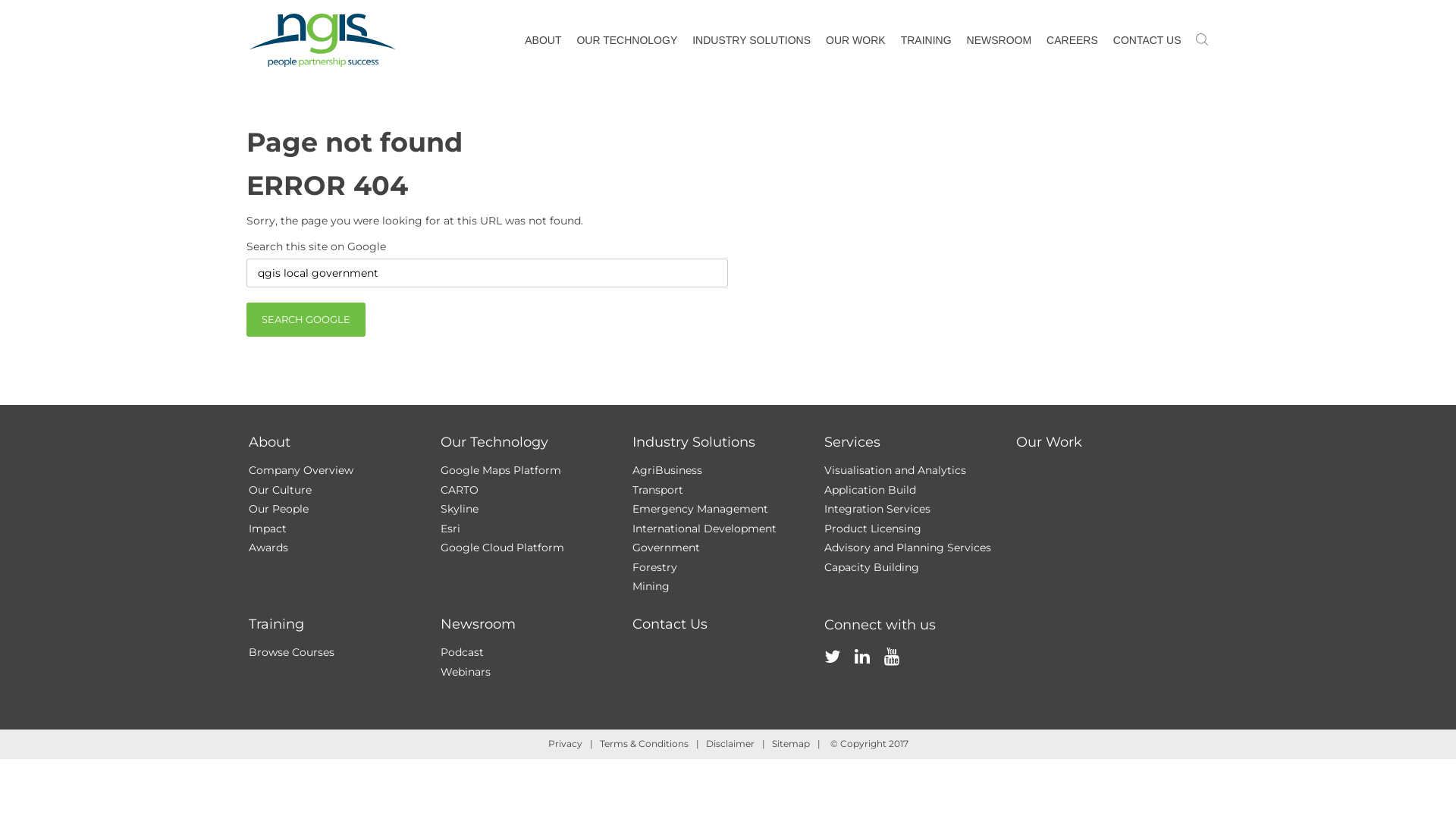 Image resolution: width=1456 pixels, height=819 pixels. Describe the element at coordinates (542, 39) in the screenshot. I see `'ABOUT'` at that location.